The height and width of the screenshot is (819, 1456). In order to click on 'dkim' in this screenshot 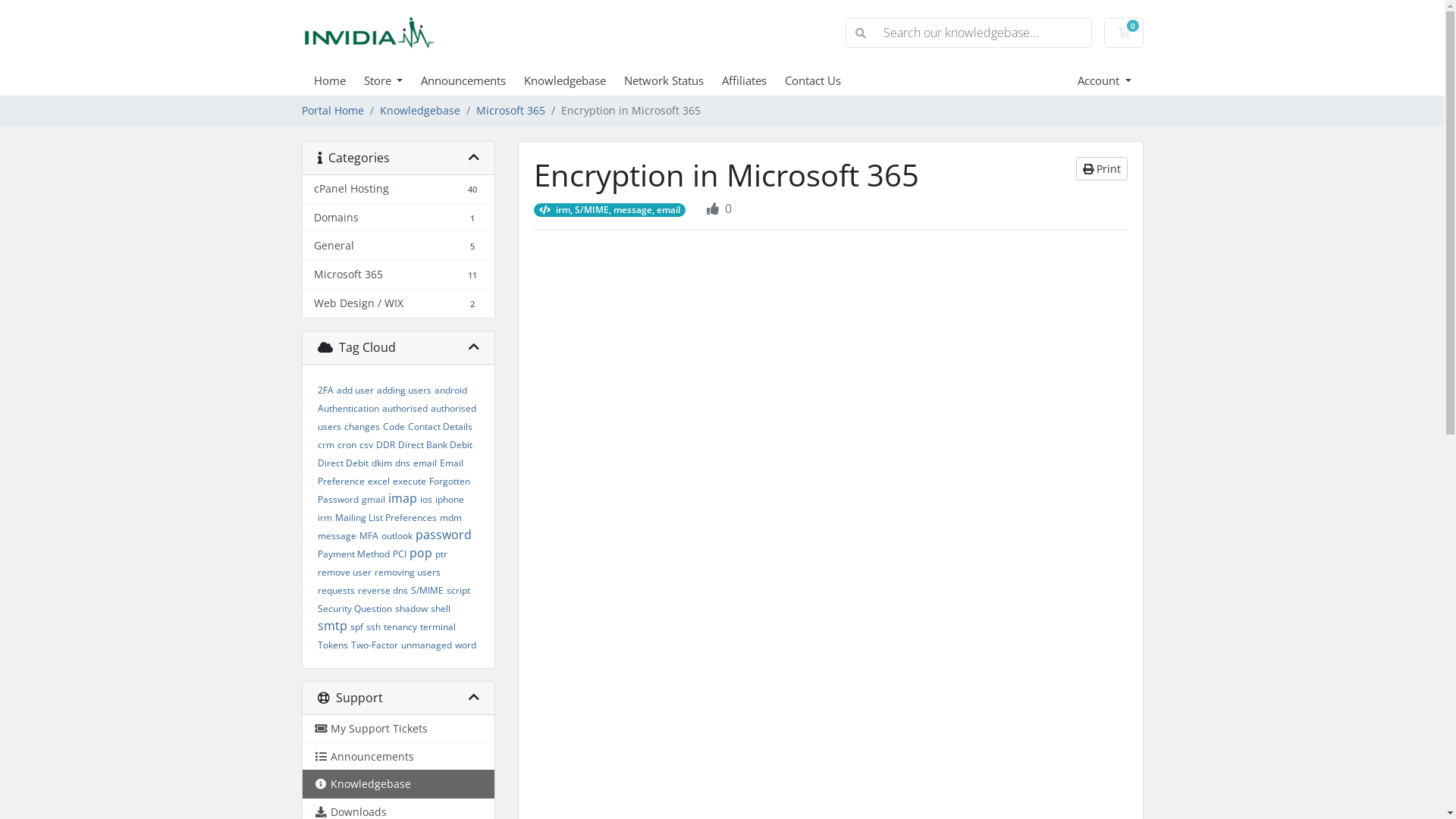, I will do `click(381, 462)`.